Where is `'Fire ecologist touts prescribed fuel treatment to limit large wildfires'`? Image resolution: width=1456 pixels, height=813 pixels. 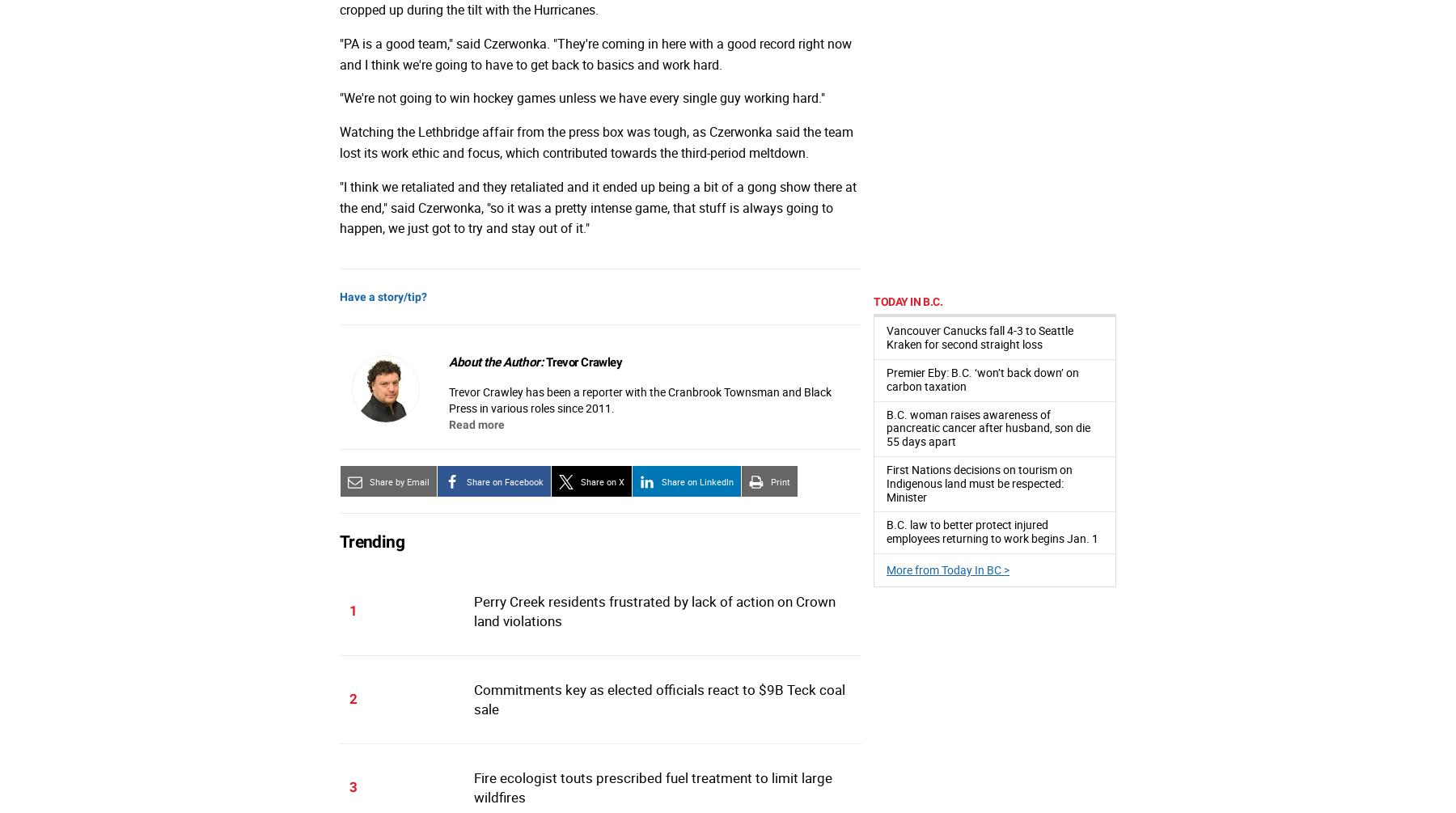
'Fire ecologist touts prescribed fuel treatment to limit large wildfires' is located at coordinates (652, 786).